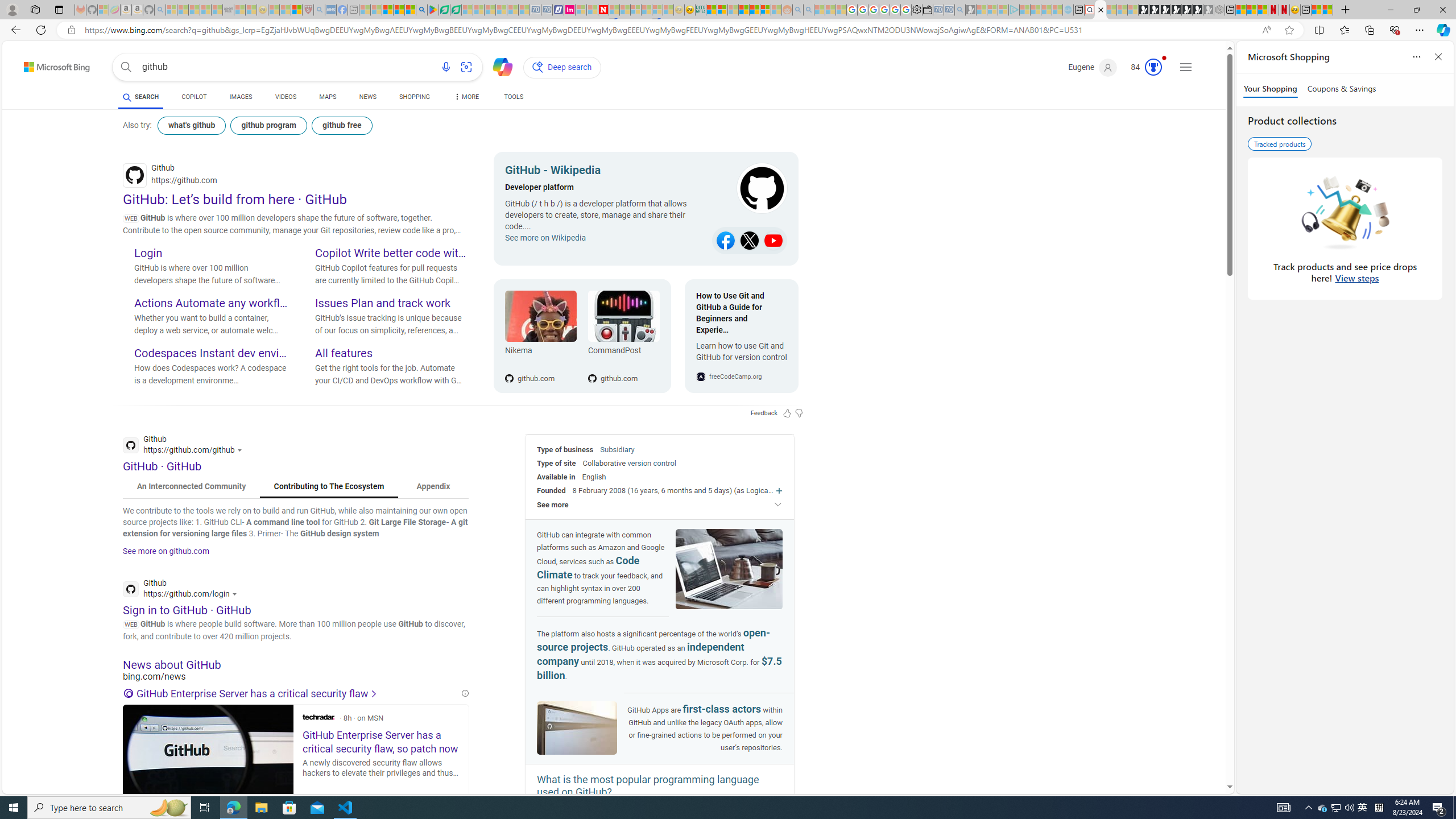  Describe the element at coordinates (126, 67) in the screenshot. I see `'Search button'` at that location.